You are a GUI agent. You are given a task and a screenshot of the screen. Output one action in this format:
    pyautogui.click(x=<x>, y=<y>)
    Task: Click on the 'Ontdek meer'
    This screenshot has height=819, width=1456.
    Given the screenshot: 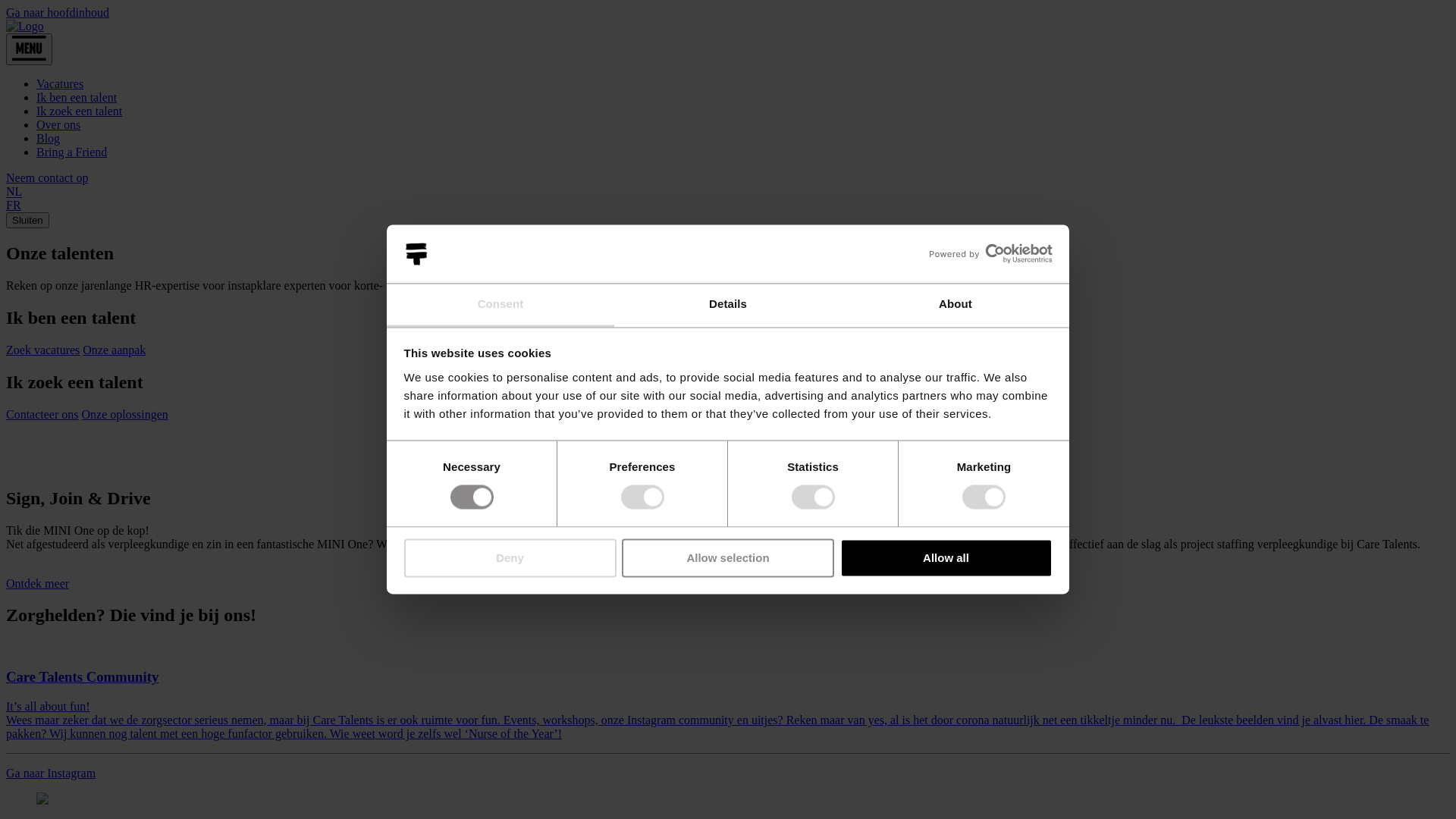 What is the action you would take?
    pyautogui.click(x=6, y=582)
    